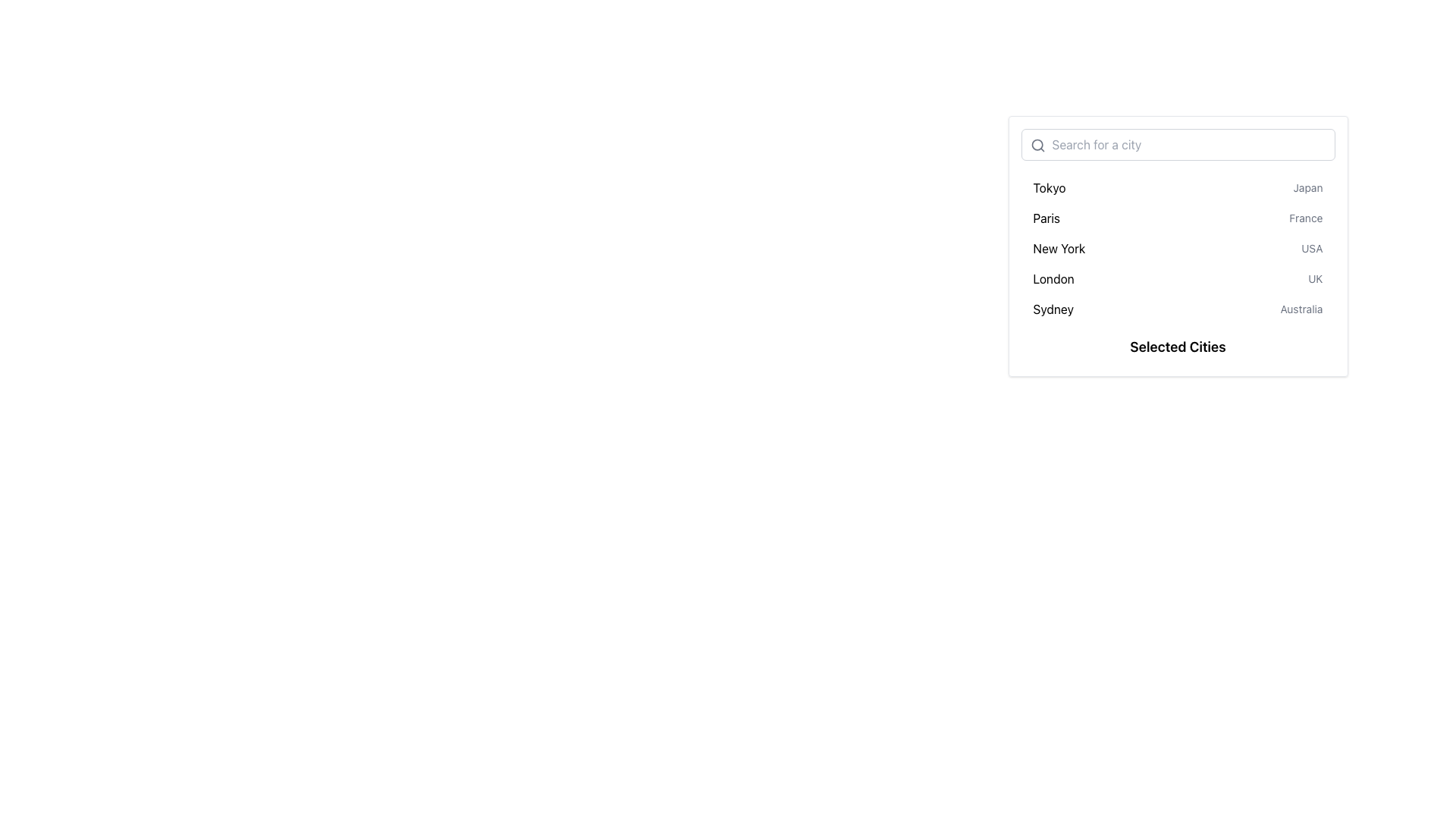 Image resolution: width=1456 pixels, height=819 pixels. I want to click on the label displaying 'France', which is styled with a smaller font size and gray color, located to the right of the 'Paris' label in the city list, so click(1305, 218).